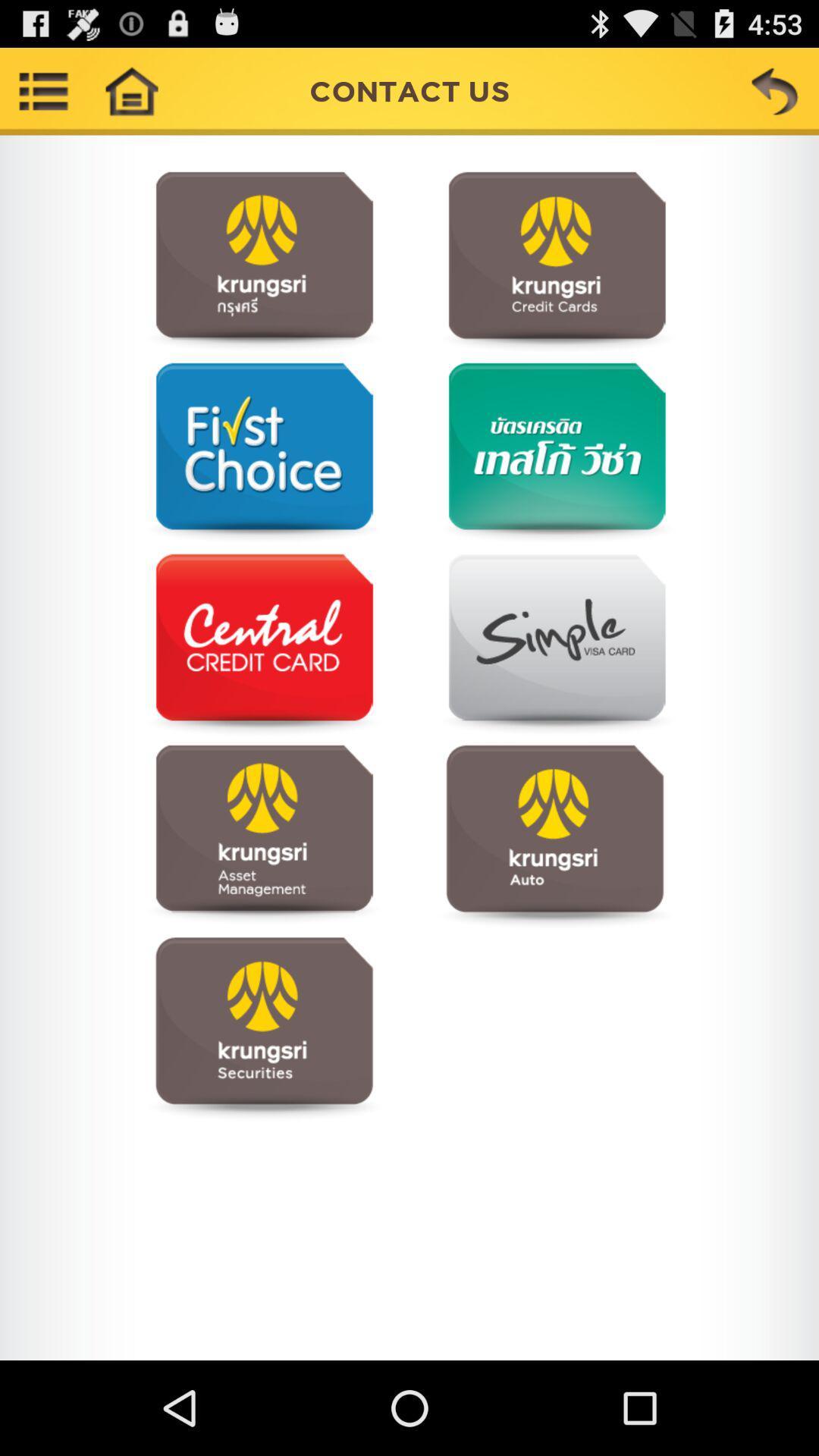 The height and width of the screenshot is (1456, 819). Describe the element at coordinates (554, 835) in the screenshot. I see `open auto` at that location.